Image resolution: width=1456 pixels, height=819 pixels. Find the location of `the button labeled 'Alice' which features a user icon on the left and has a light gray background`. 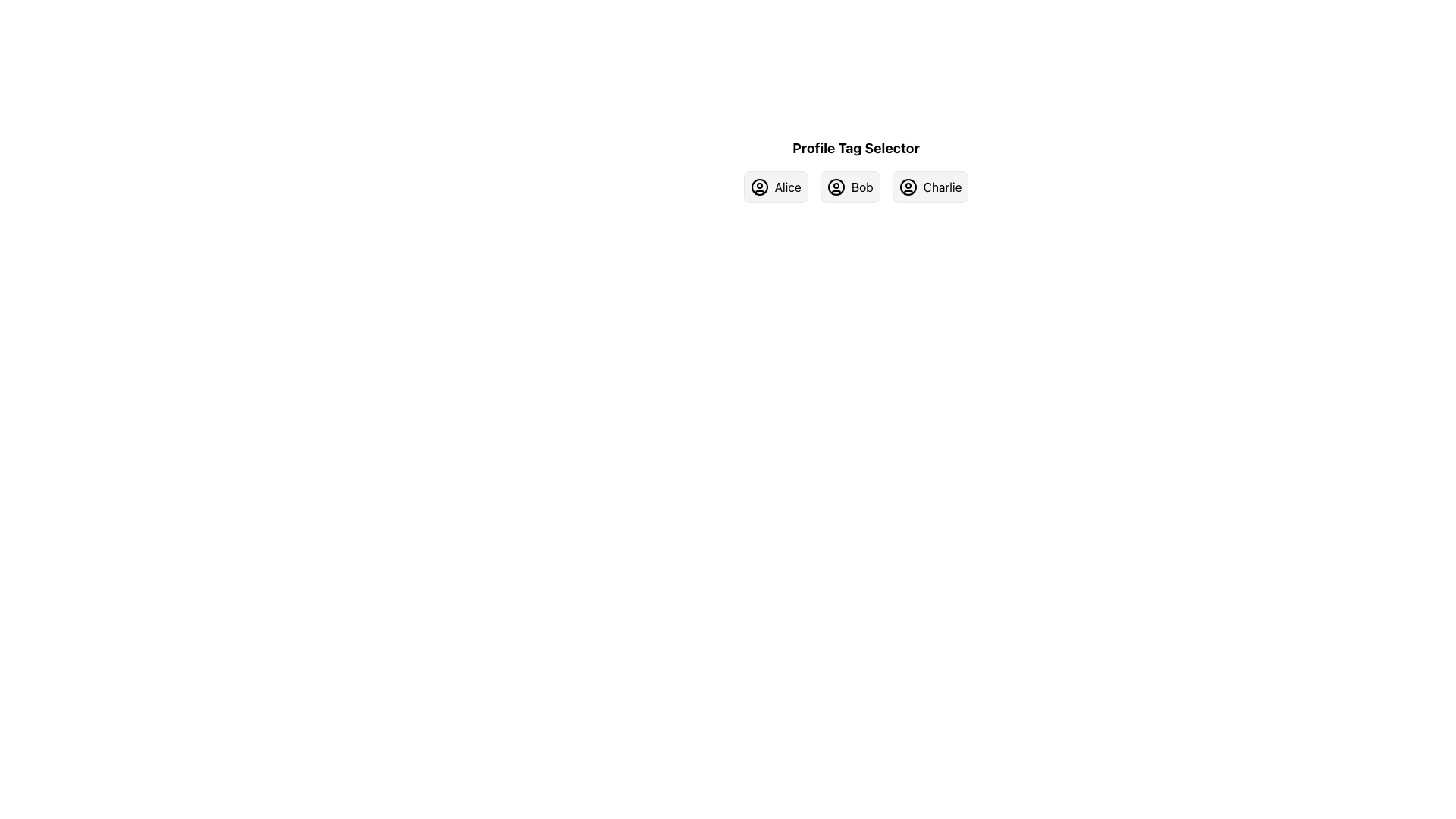

the button labeled 'Alice' which features a user icon on the left and has a light gray background is located at coordinates (776, 186).